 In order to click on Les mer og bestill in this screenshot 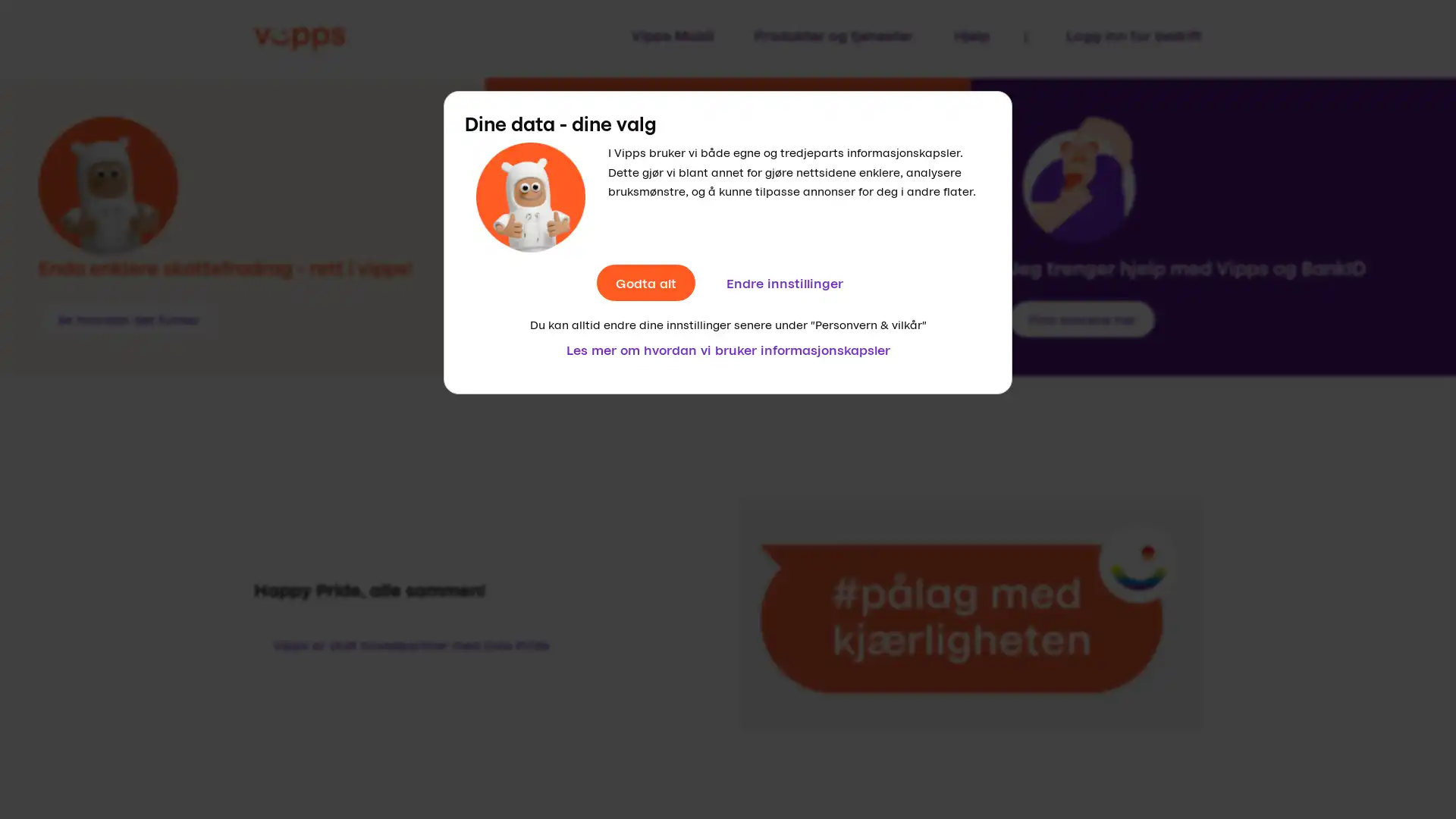, I will do `click(597, 318)`.